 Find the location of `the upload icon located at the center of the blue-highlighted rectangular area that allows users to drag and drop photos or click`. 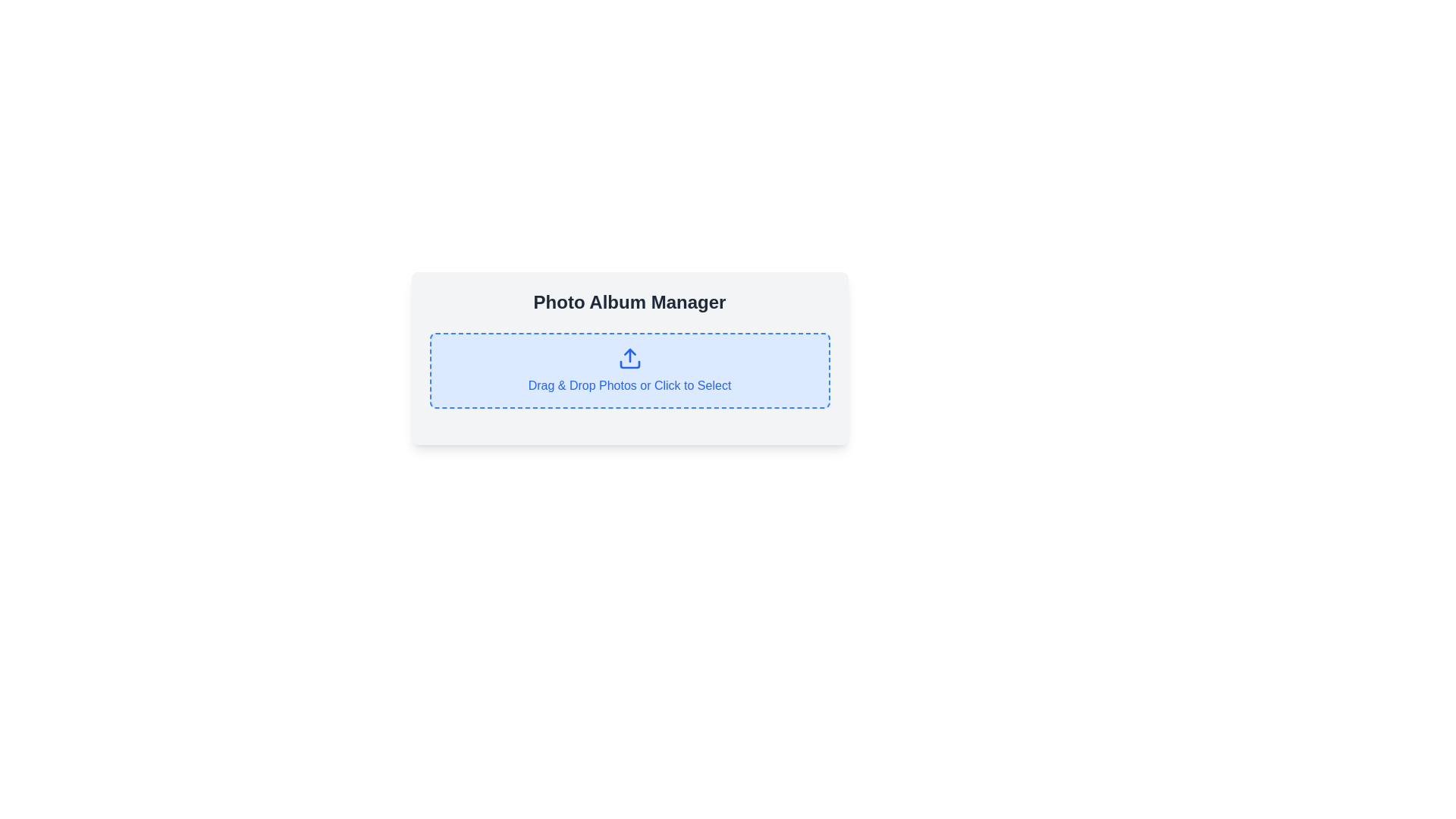

the upload icon located at the center of the blue-highlighted rectangular area that allows users to drag and drop photos or click is located at coordinates (629, 359).